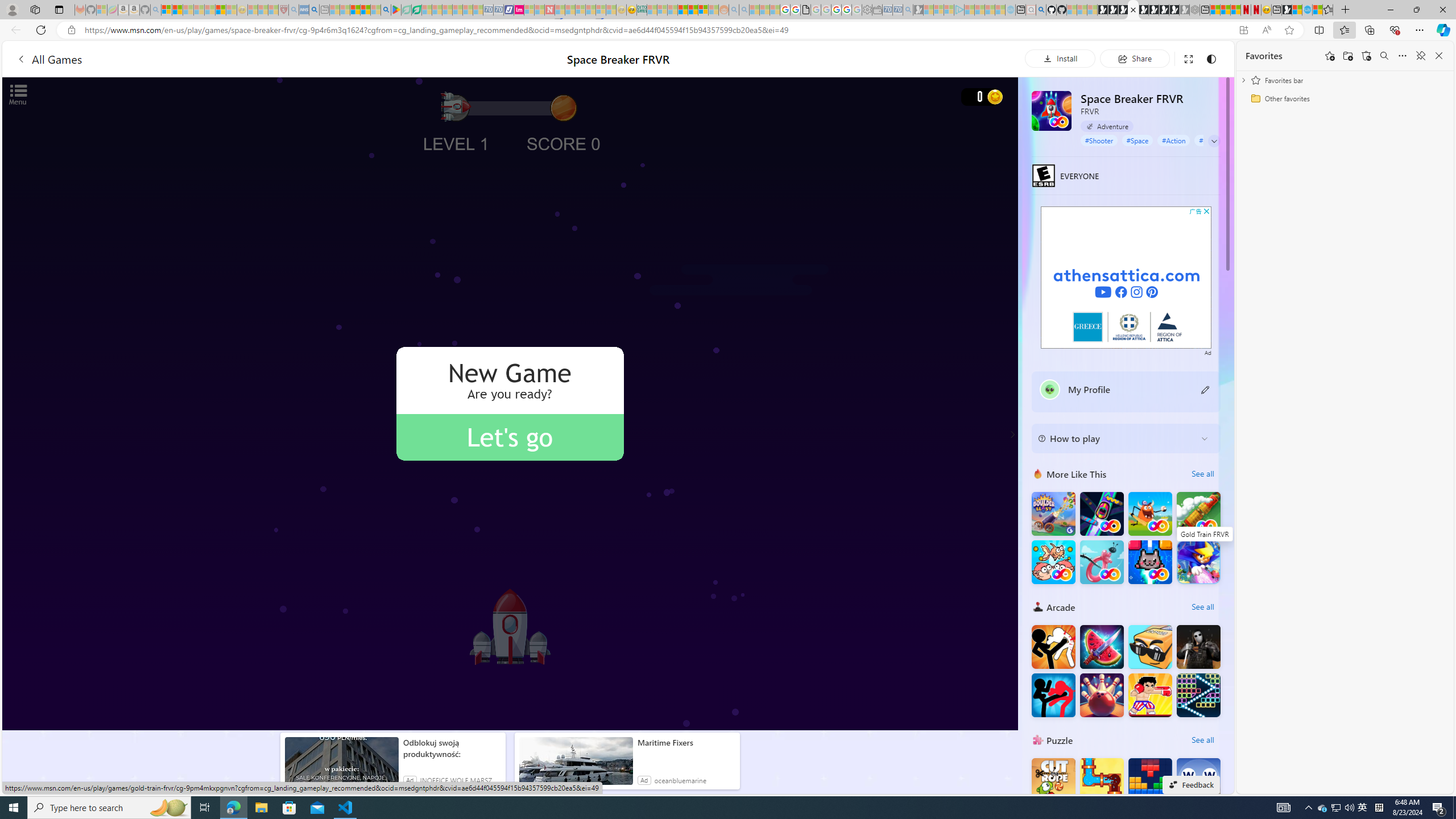  I want to click on 'Terms of Use Agreement - Sleeping', so click(406, 9).